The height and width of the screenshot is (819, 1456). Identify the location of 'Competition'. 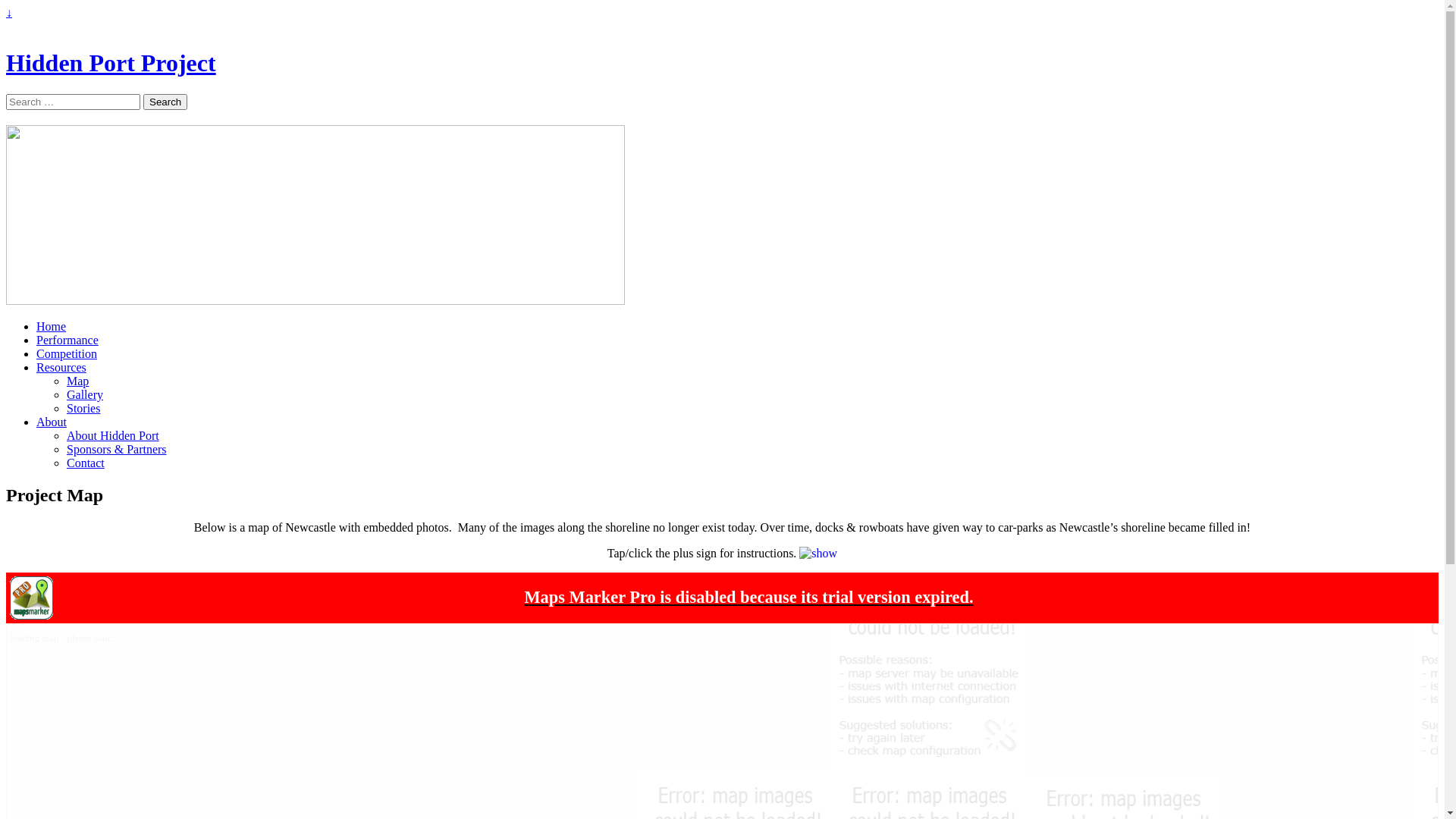
(65, 353).